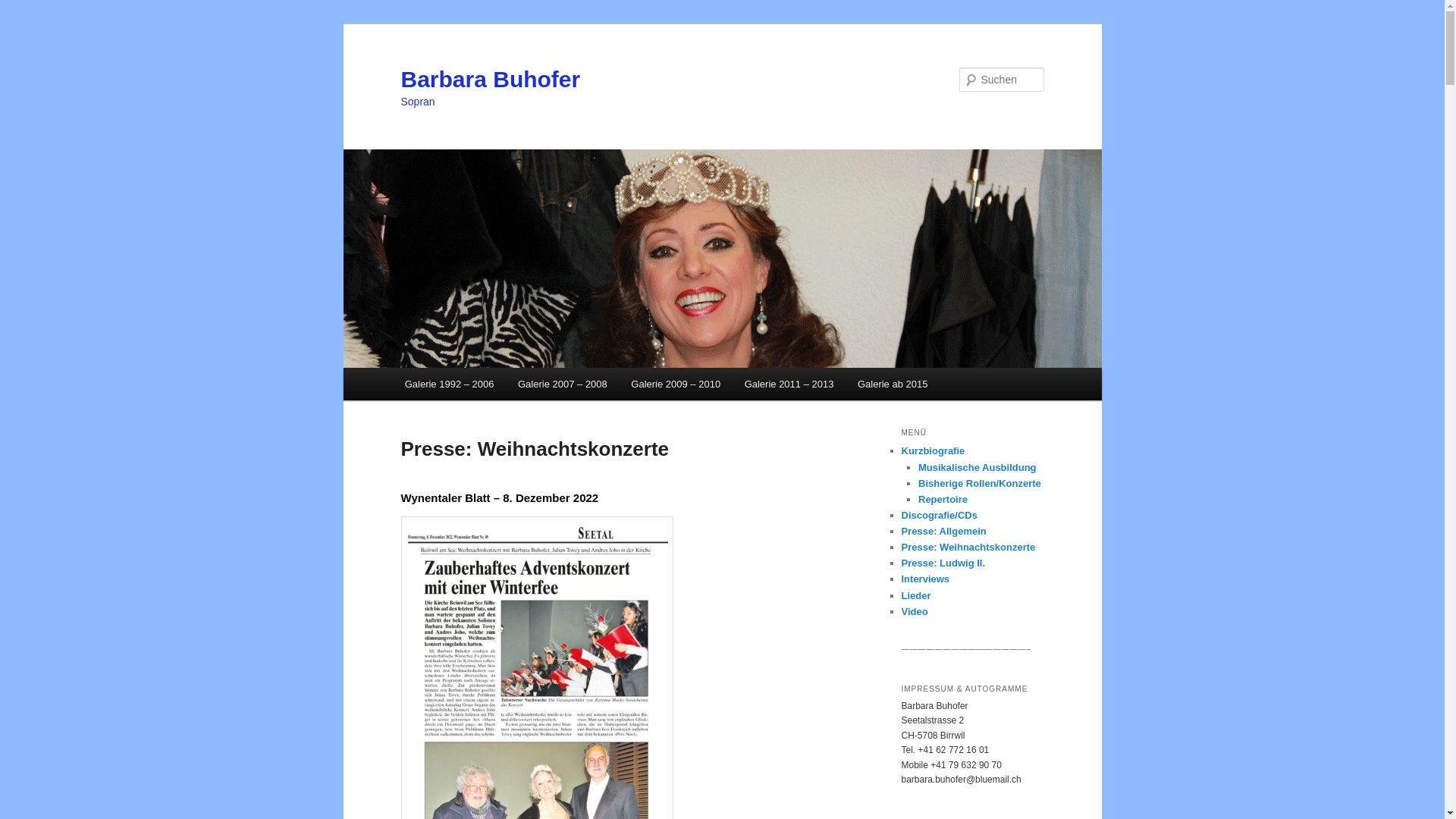  Describe the element at coordinates (901, 610) in the screenshot. I see `'Video'` at that location.